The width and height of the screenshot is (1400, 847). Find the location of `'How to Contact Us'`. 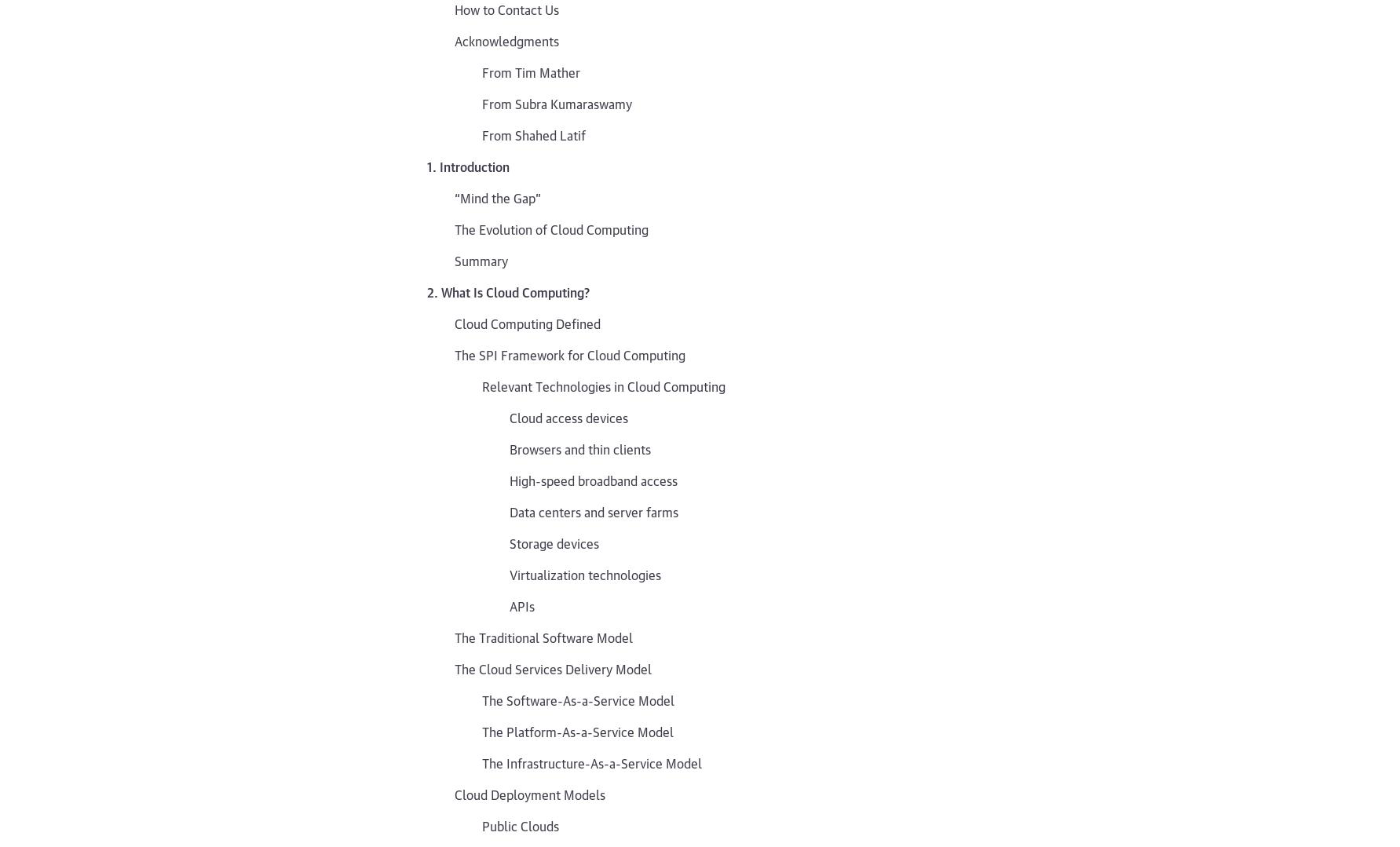

'How to Contact Us' is located at coordinates (506, 9).